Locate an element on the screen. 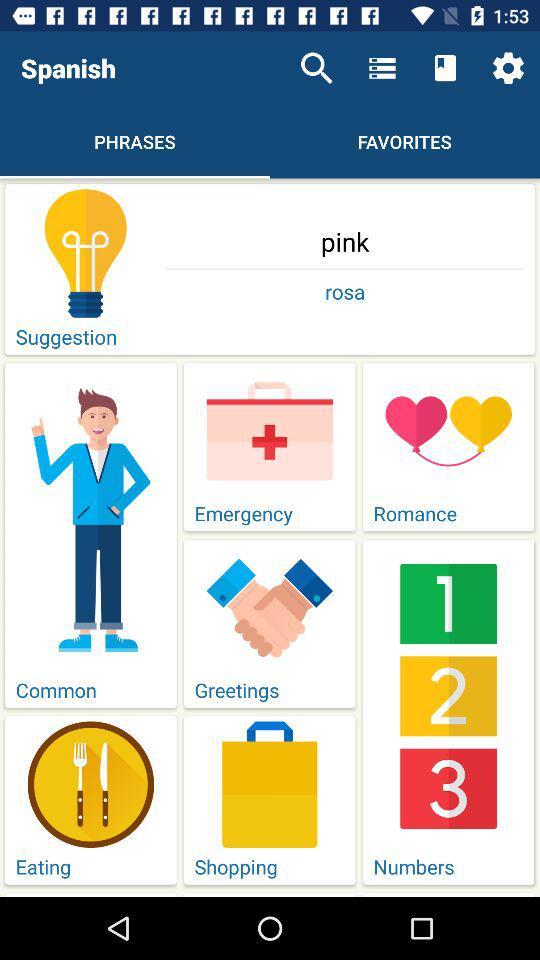  romance is located at coordinates (448, 447).